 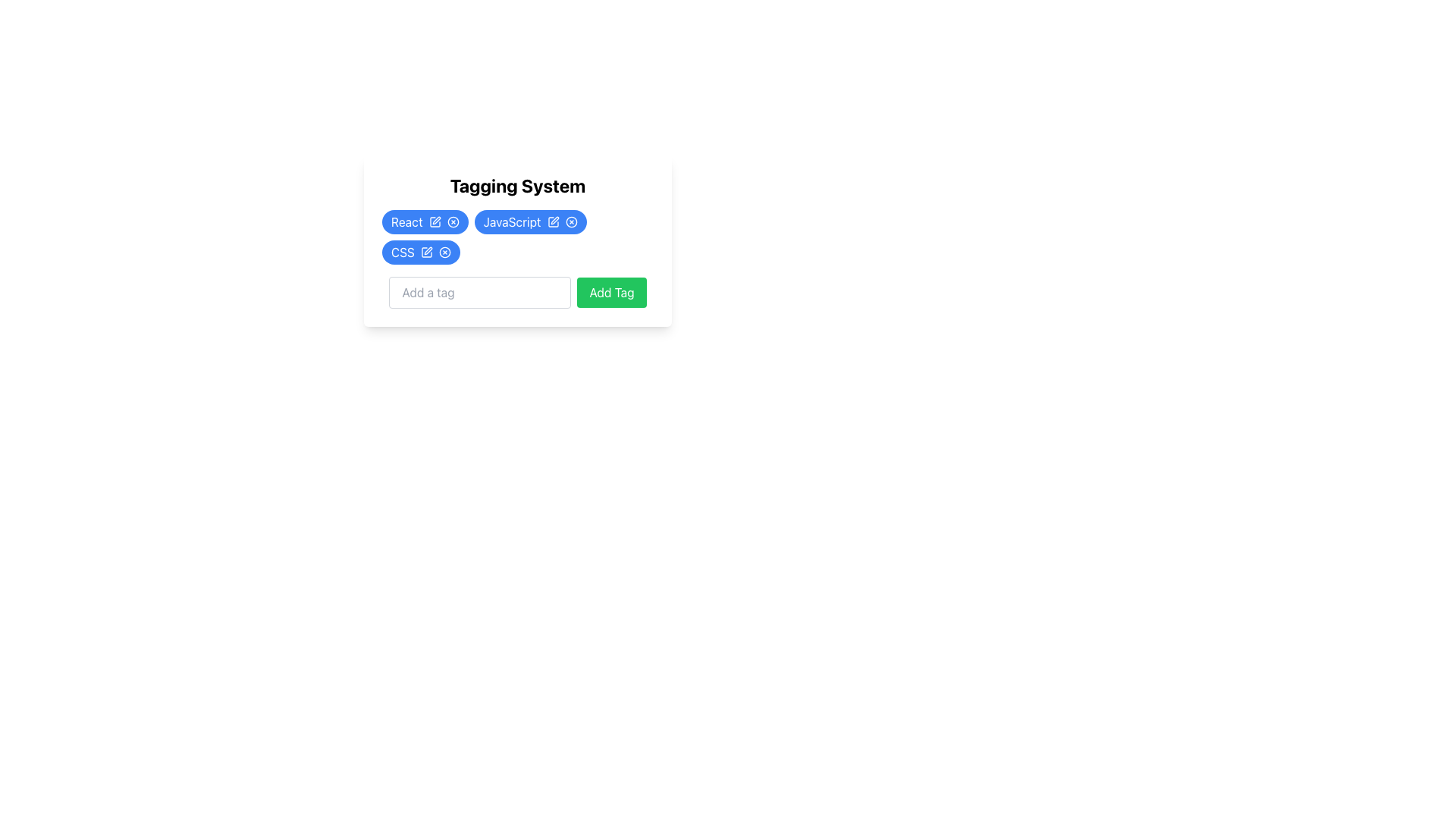 I want to click on the SVG Circle element associated with the 'JavaScript' tag, located in the second row of tags, positioned to the right of the label and adjacent to the 'edit' icon, so click(x=452, y=222).